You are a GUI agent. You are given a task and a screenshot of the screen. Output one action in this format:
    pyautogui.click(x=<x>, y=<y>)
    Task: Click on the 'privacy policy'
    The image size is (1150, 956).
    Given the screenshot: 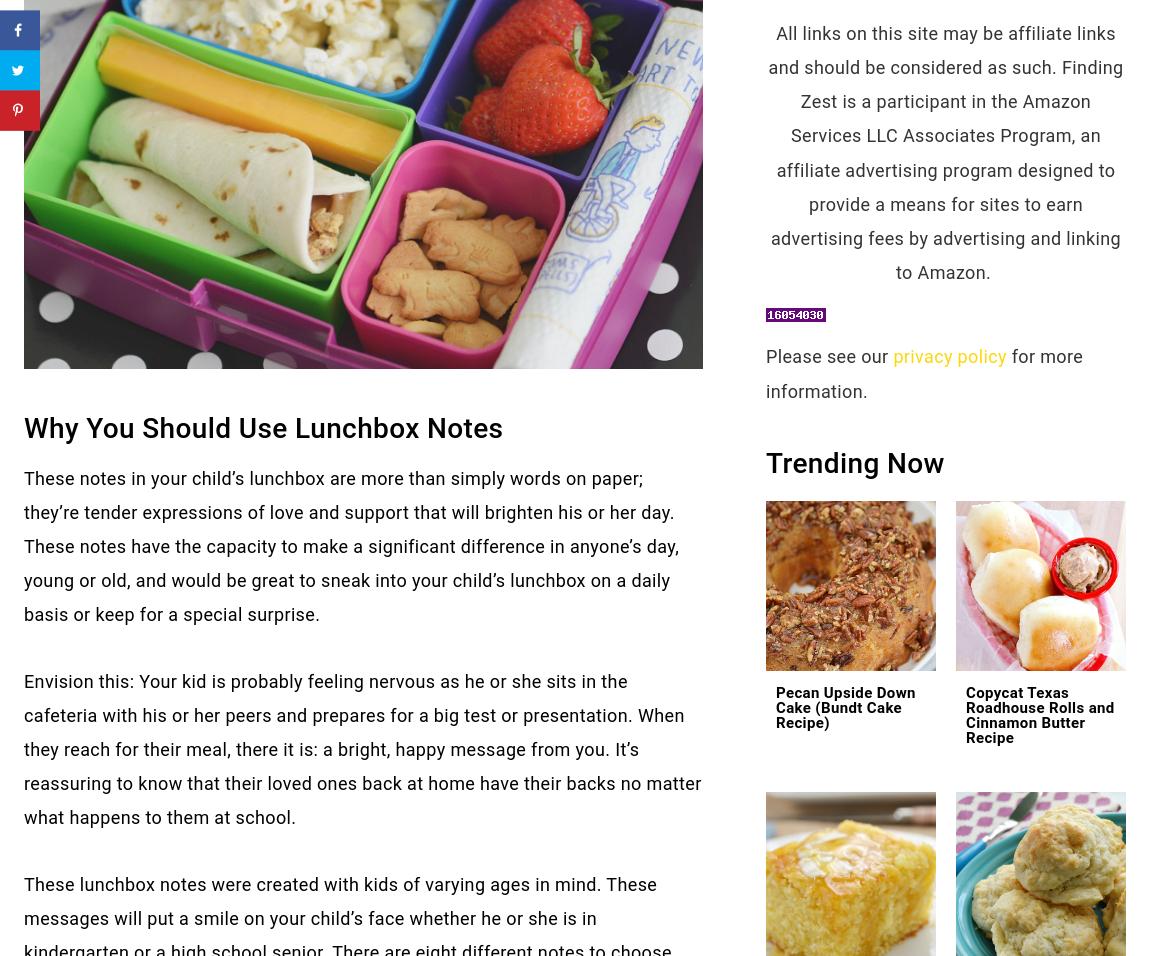 What is the action you would take?
    pyautogui.click(x=949, y=355)
    